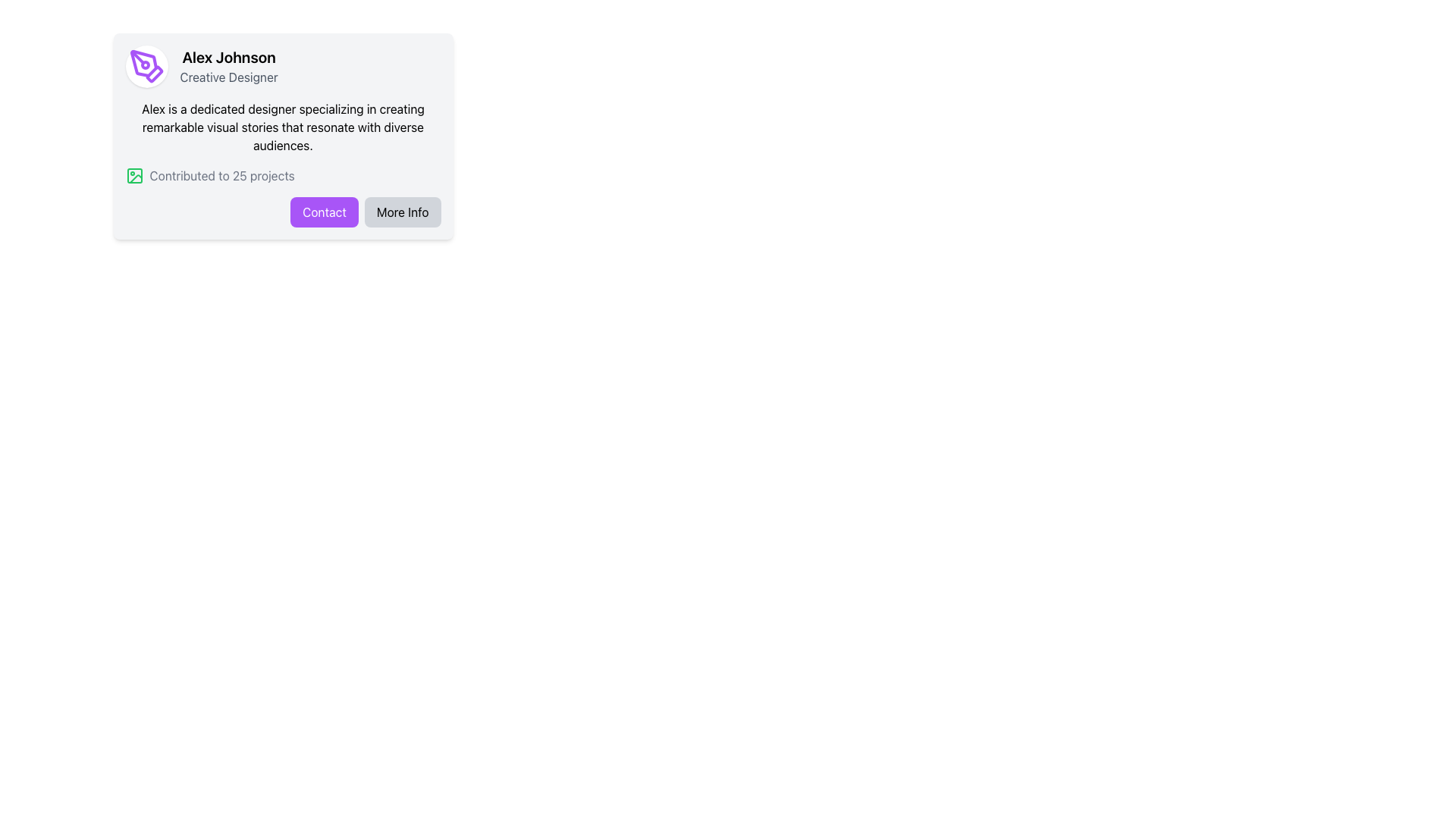  I want to click on the text in the Profile Header section of the card, so click(283, 66).